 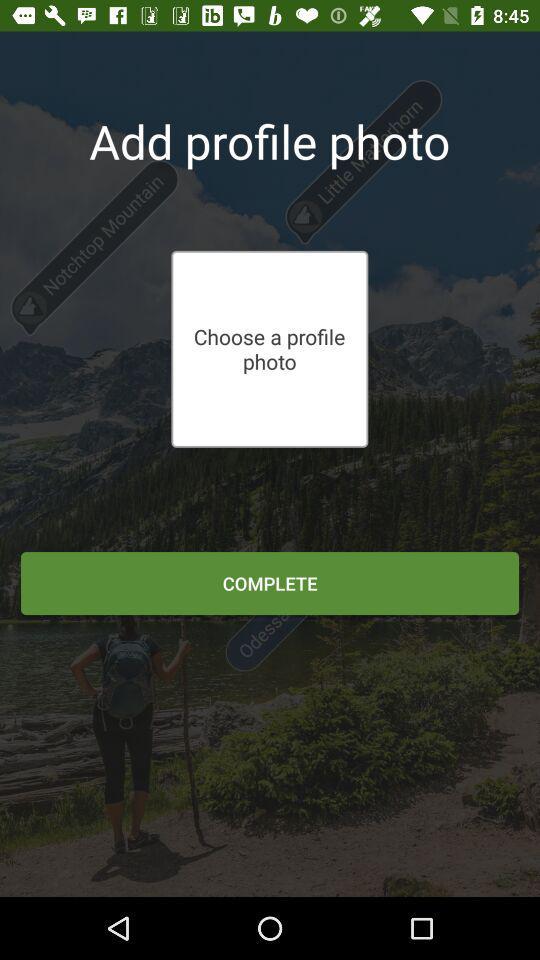 What do you see at coordinates (270, 583) in the screenshot?
I see `the complete icon` at bounding box center [270, 583].